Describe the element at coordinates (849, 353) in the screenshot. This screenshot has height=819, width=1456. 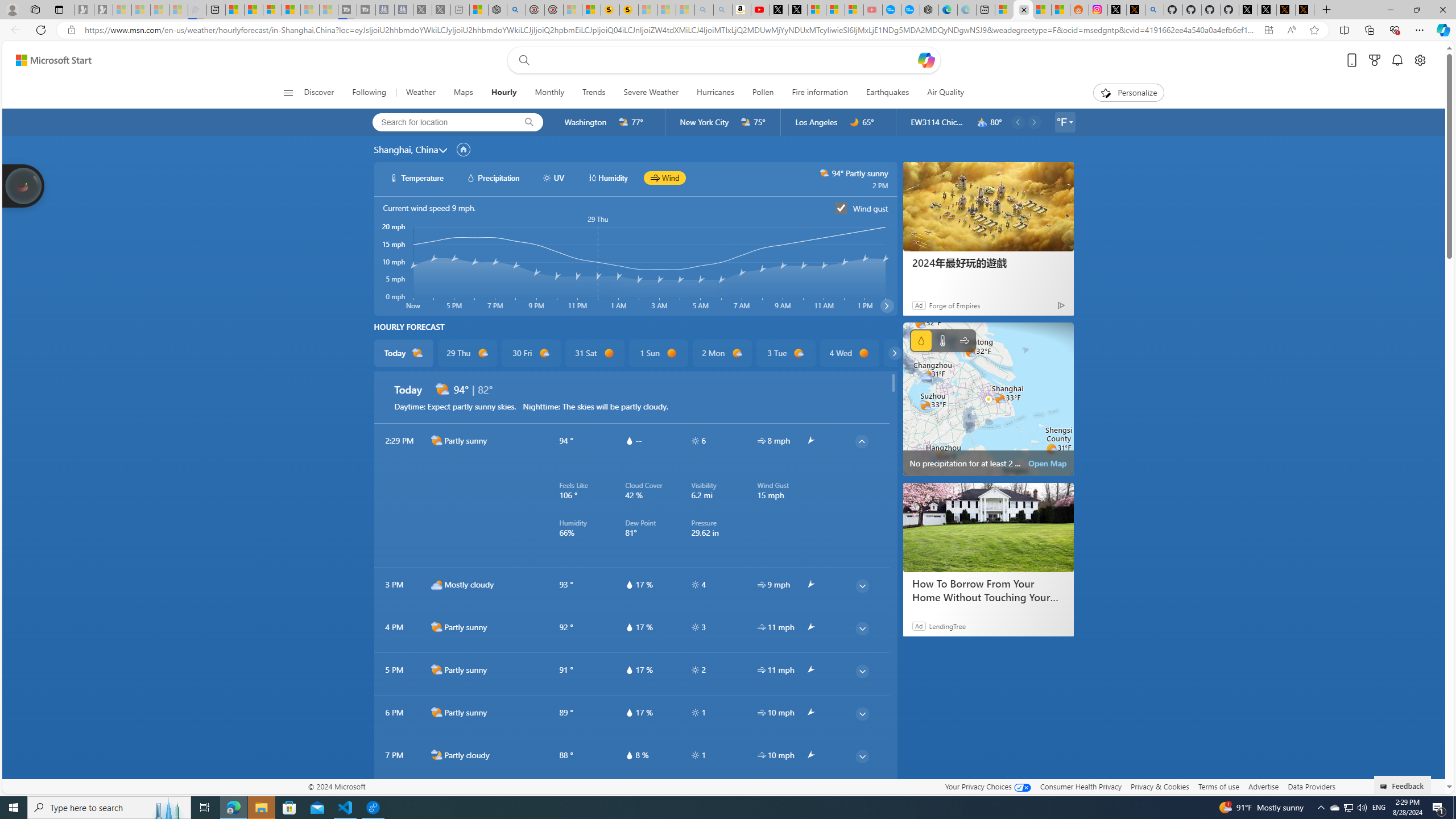
I see `'4 Wed d0000'` at that location.